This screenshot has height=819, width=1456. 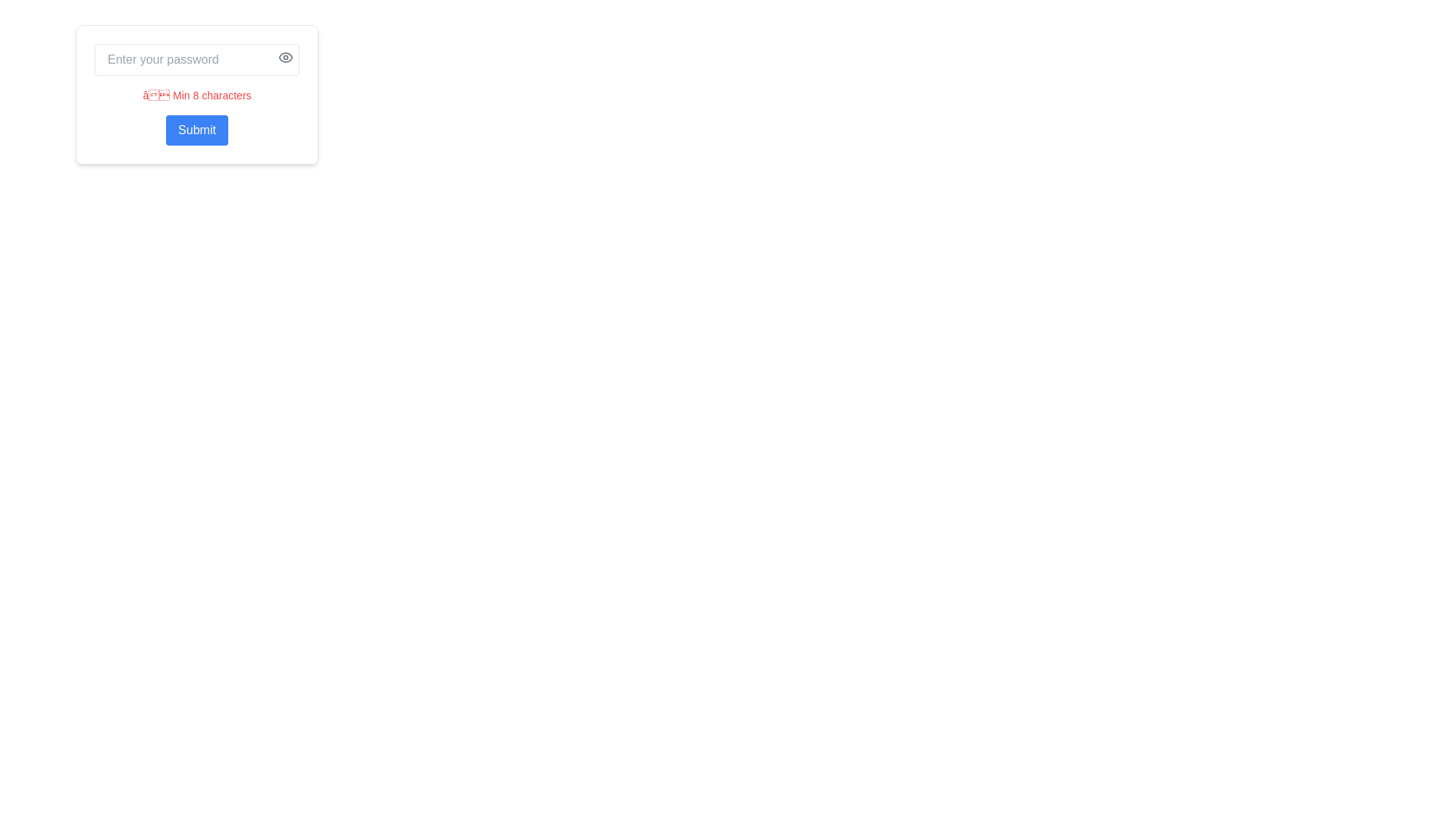 What do you see at coordinates (196, 94) in the screenshot?
I see `the text label displaying the error message 'Min 8 characters' styled in red color, located below the password input field and above the submit button` at bounding box center [196, 94].